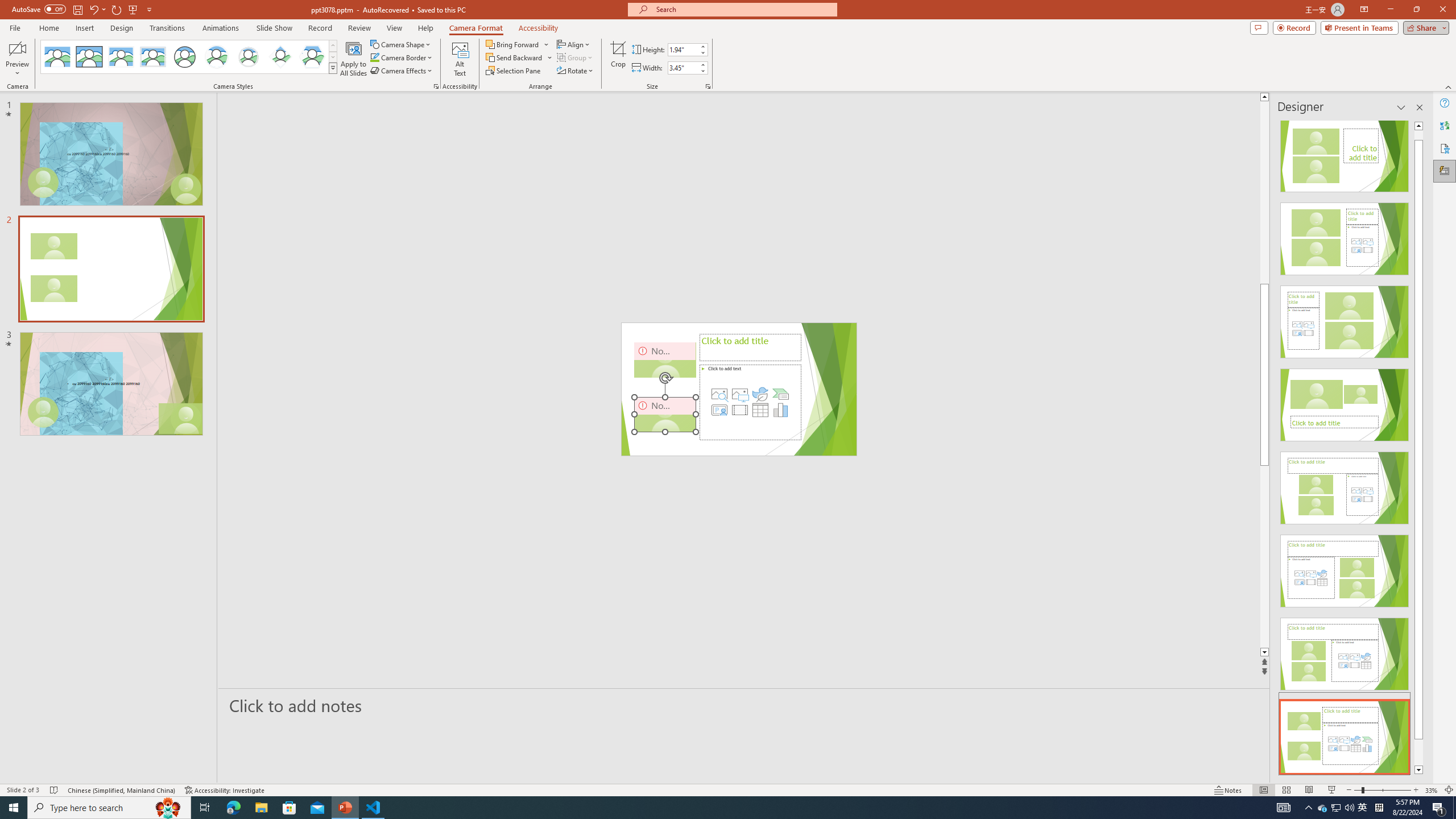 The height and width of the screenshot is (819, 1456). I want to click on 'Camera 3, No camera detected.', so click(685, 388).